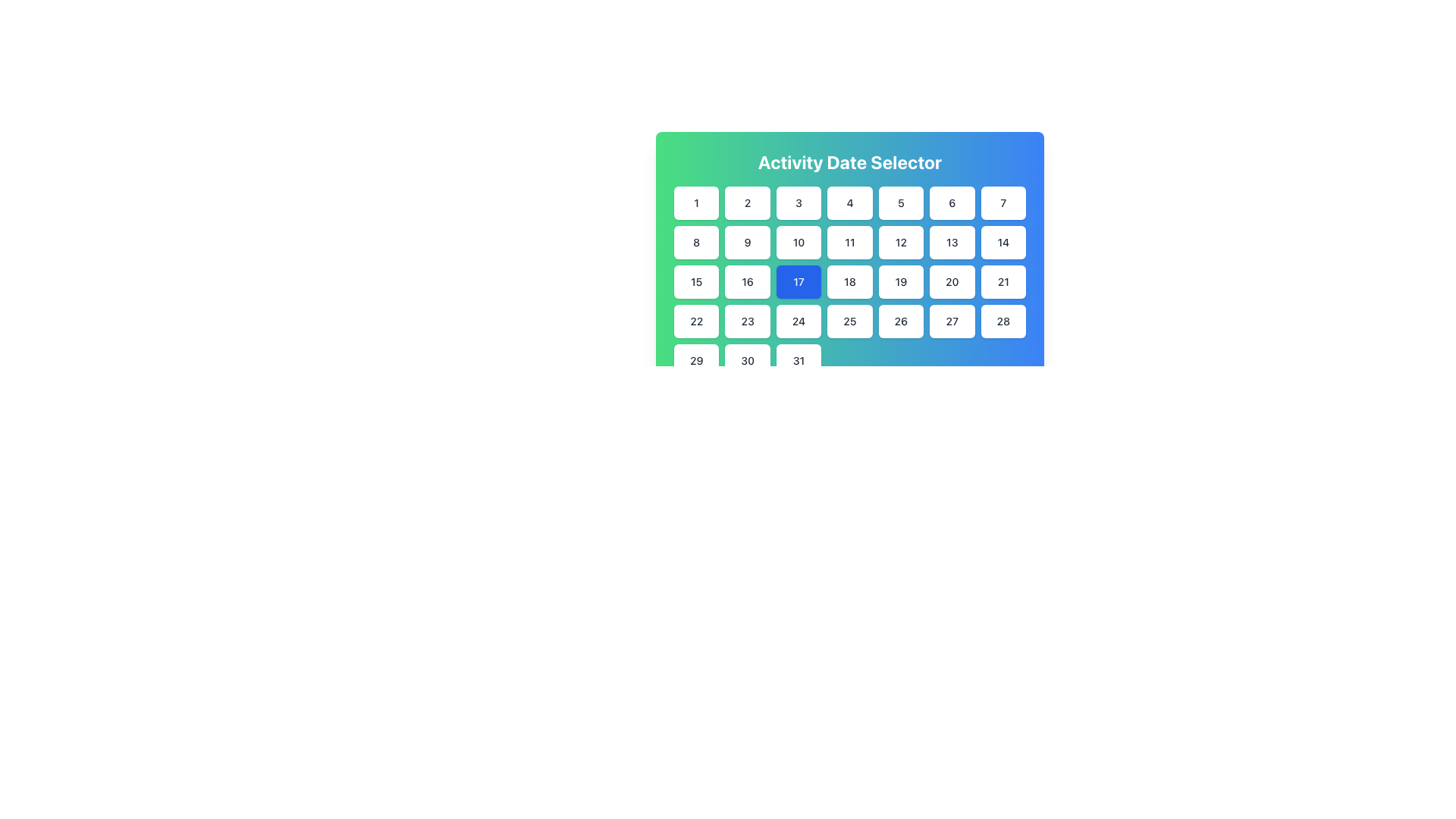 Image resolution: width=1456 pixels, height=819 pixels. I want to click on the calendar button displaying the number '18', so click(850, 281).